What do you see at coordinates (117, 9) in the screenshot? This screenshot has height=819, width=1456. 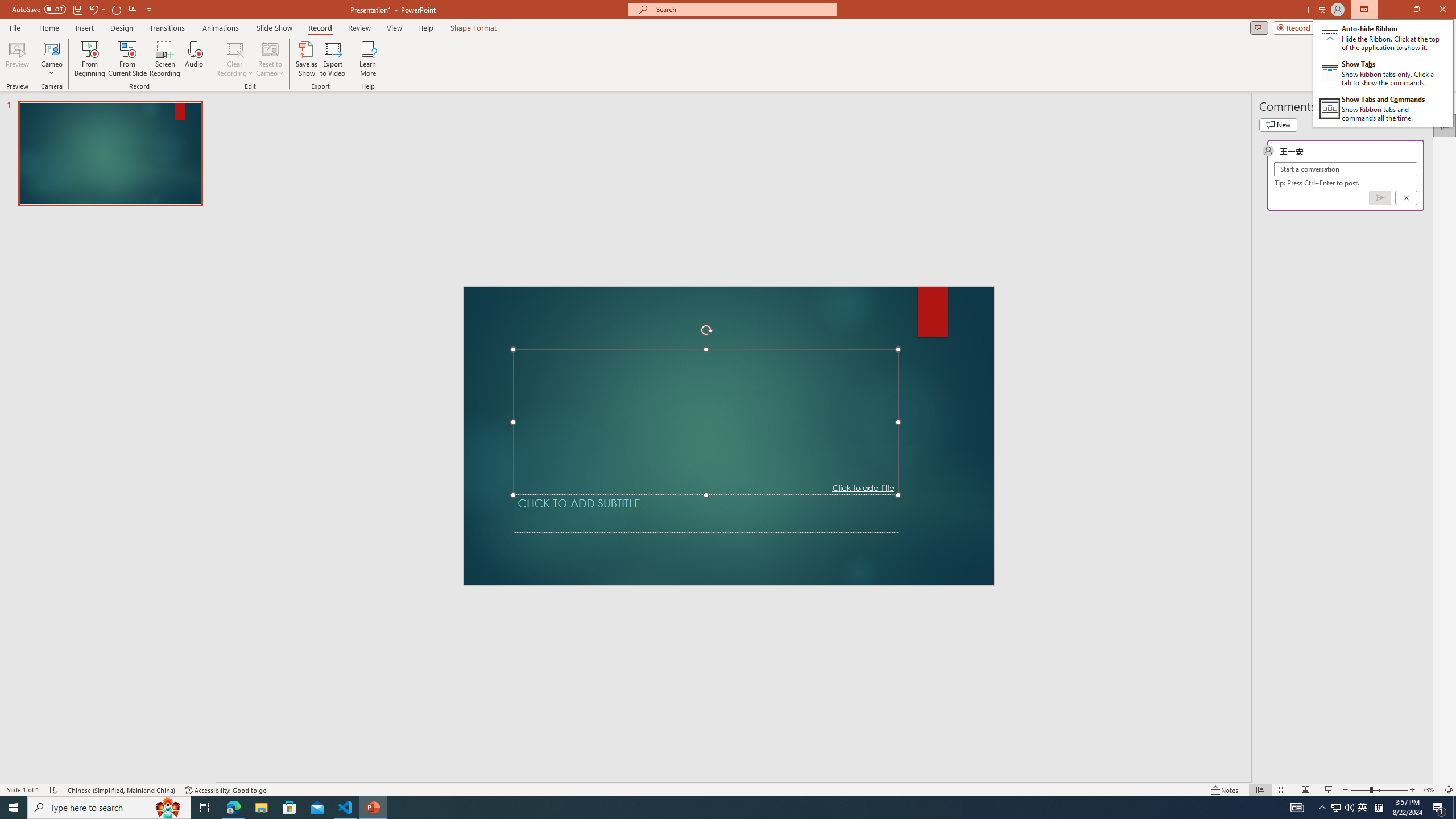 I see `'Redo'` at bounding box center [117, 9].